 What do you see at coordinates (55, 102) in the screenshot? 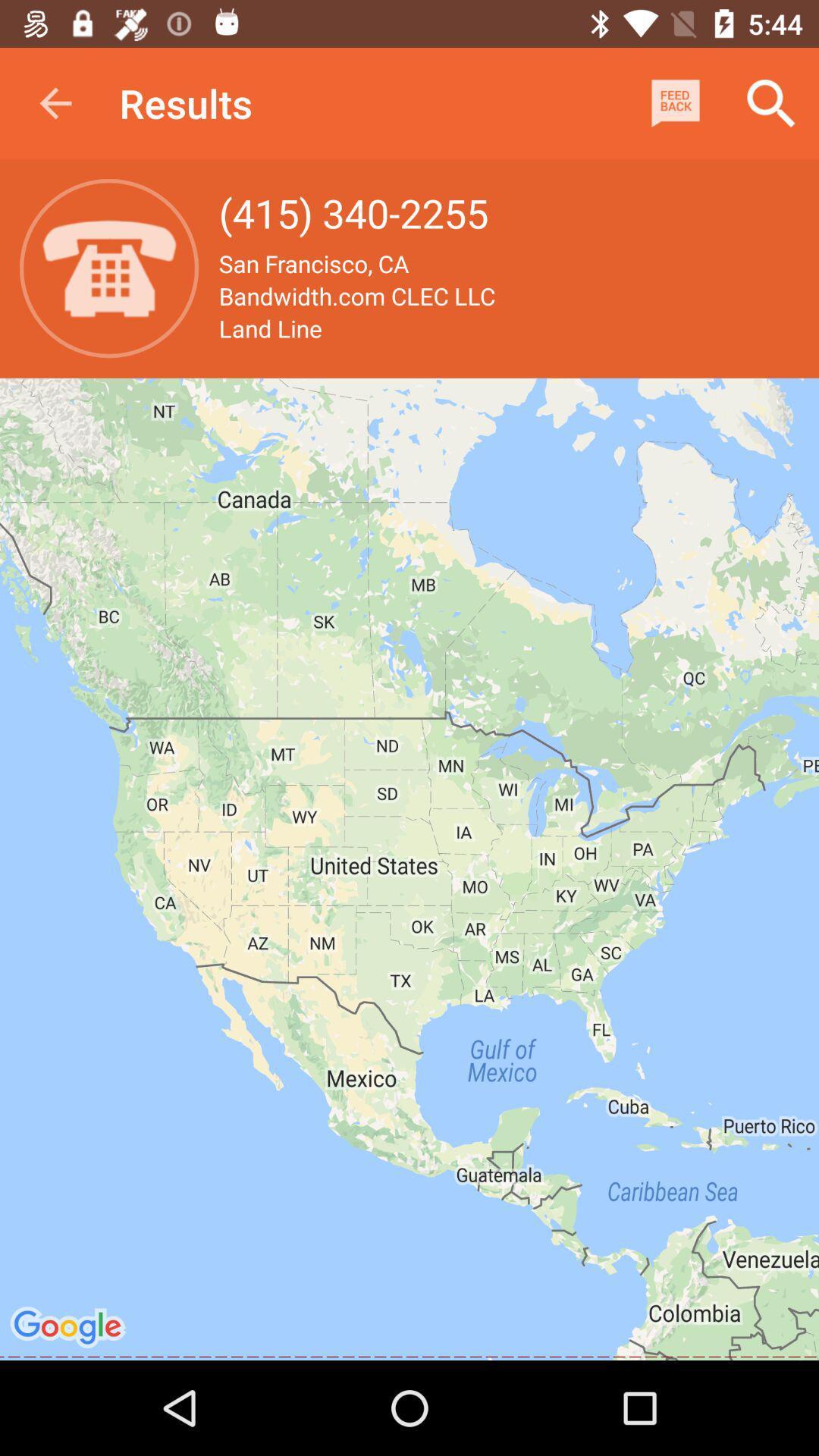
I see `the item next to the results icon` at bounding box center [55, 102].